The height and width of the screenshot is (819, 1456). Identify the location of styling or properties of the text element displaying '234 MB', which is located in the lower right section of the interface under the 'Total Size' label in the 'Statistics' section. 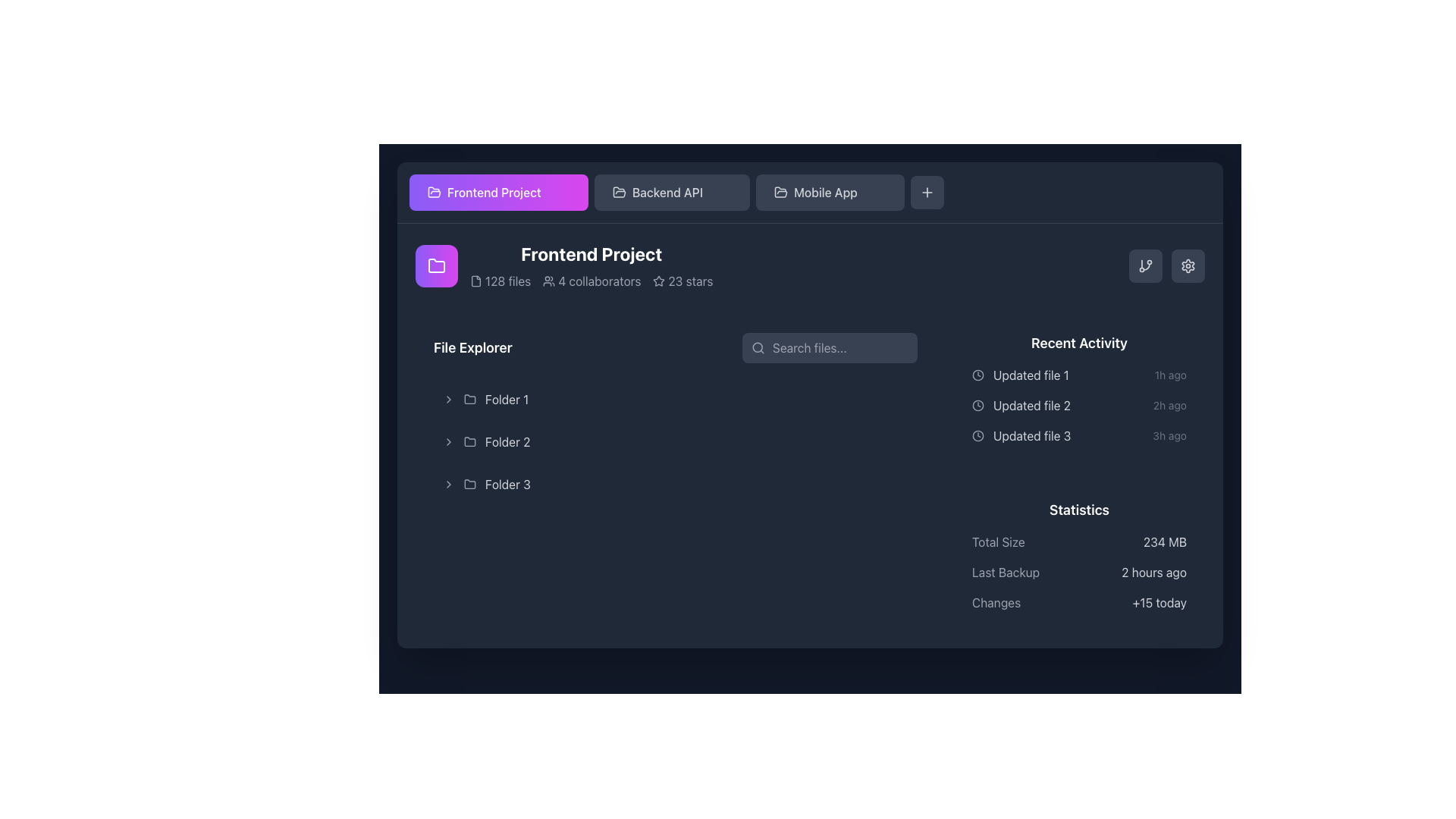
(1164, 541).